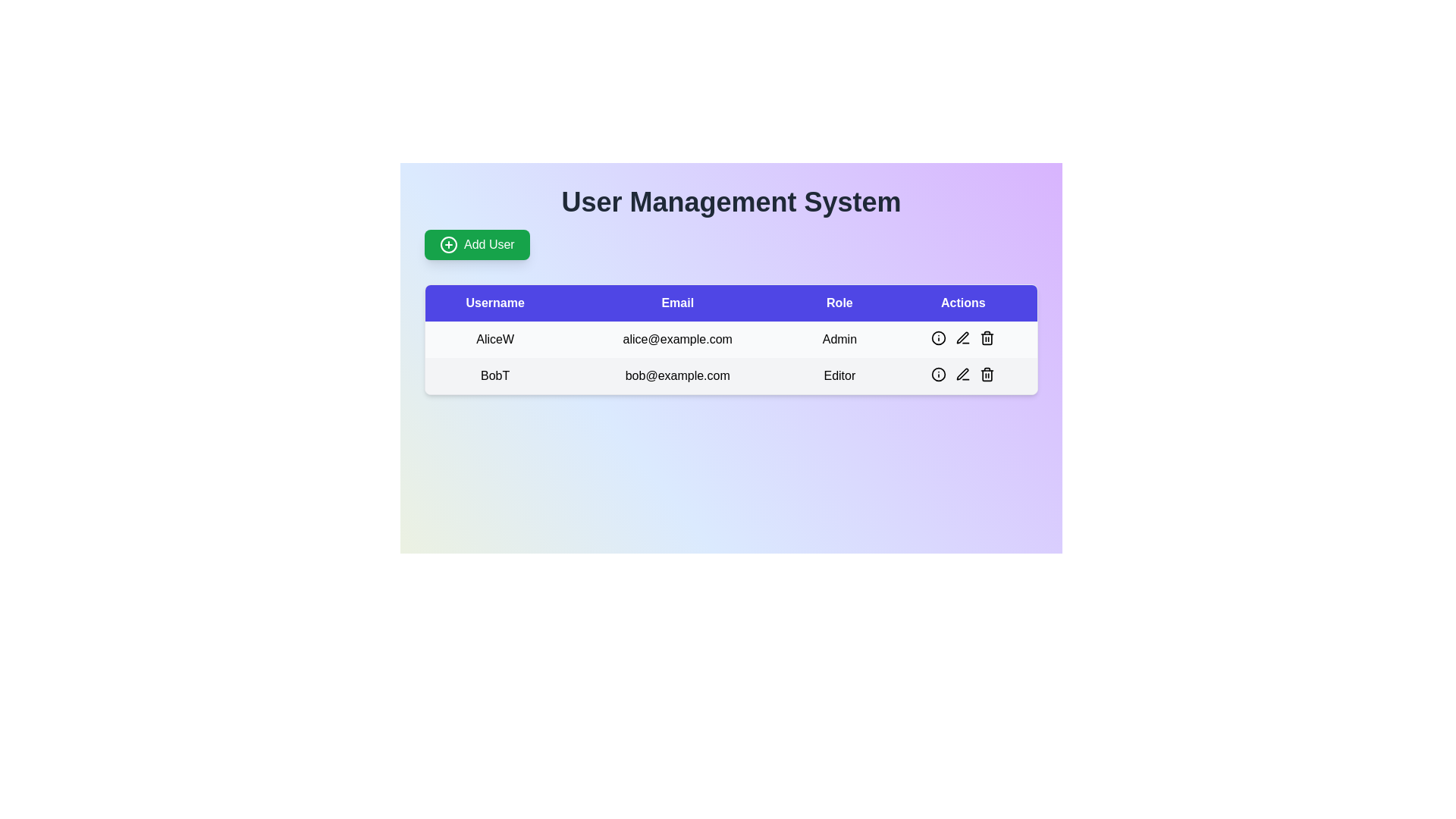 Image resolution: width=1456 pixels, height=819 pixels. Describe the element at coordinates (495, 303) in the screenshot. I see `the static text label 'Username' in the table header, which is a bold white text on a vibrant blue background, positioned at the top-left corner of the header row` at that location.